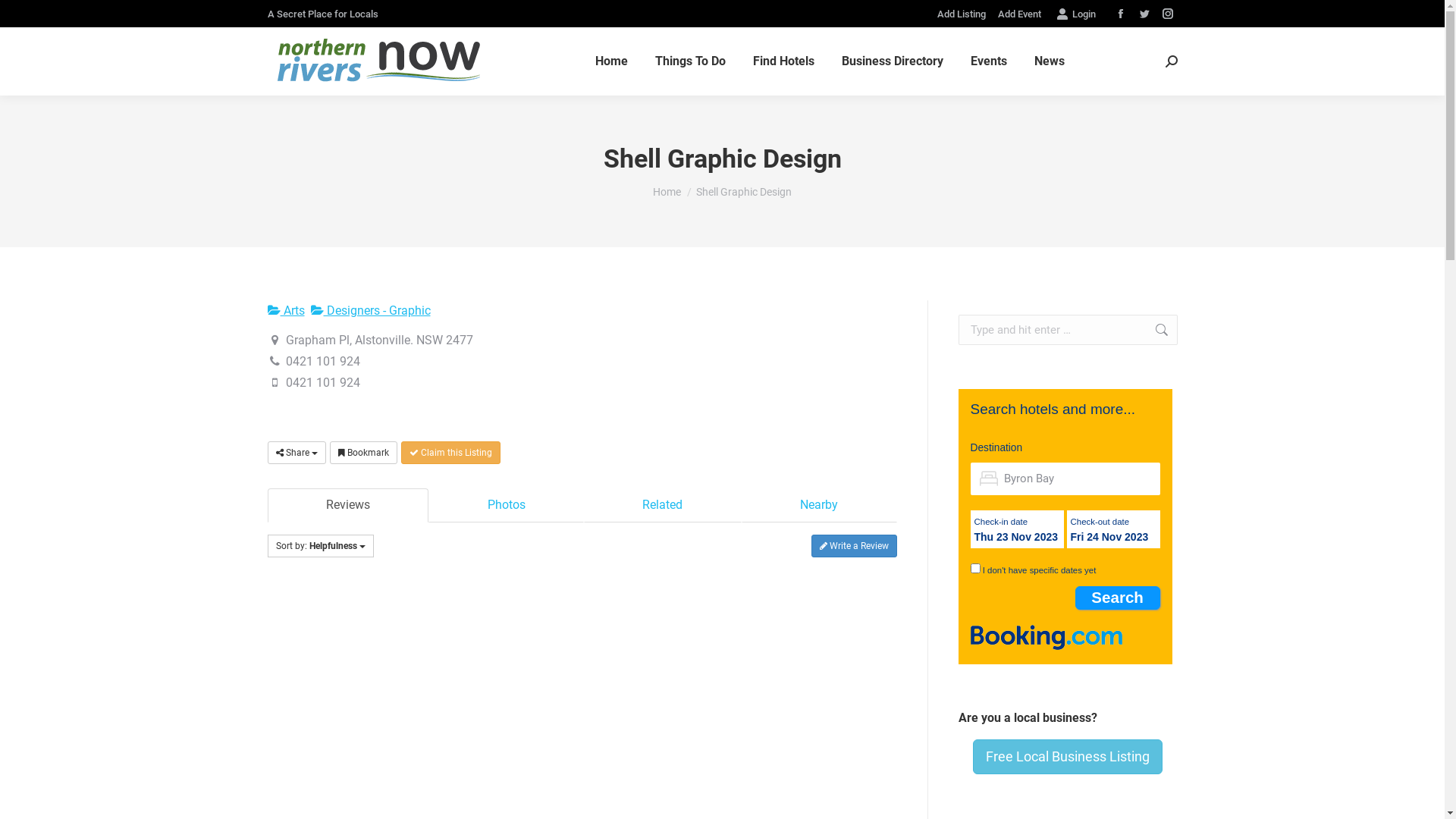 The height and width of the screenshot is (819, 1456). I want to click on 'Sort by: Helpfulness', so click(319, 546).